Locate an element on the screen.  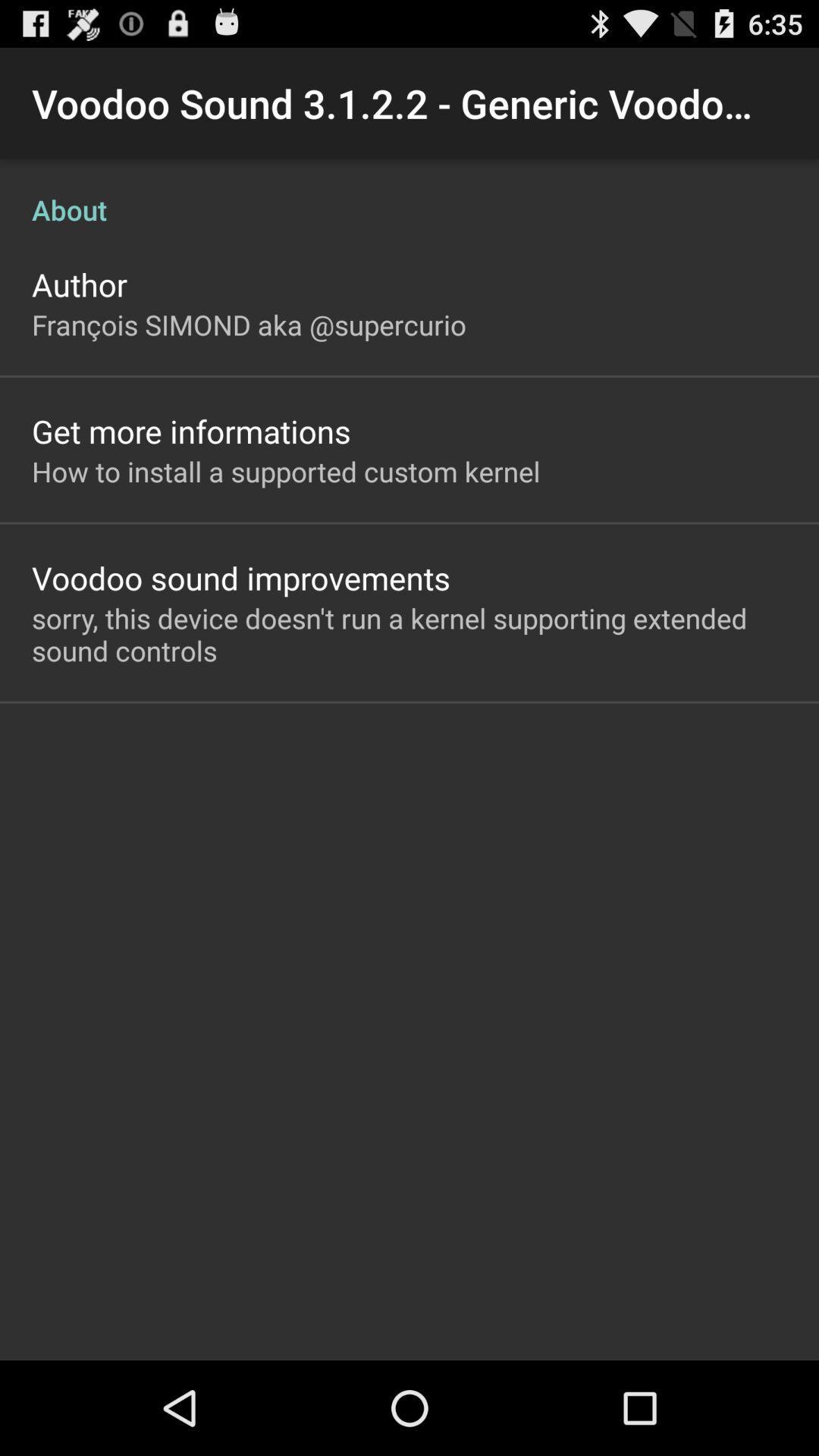
the icon below the voodoo sound 3 is located at coordinates (409, 193).